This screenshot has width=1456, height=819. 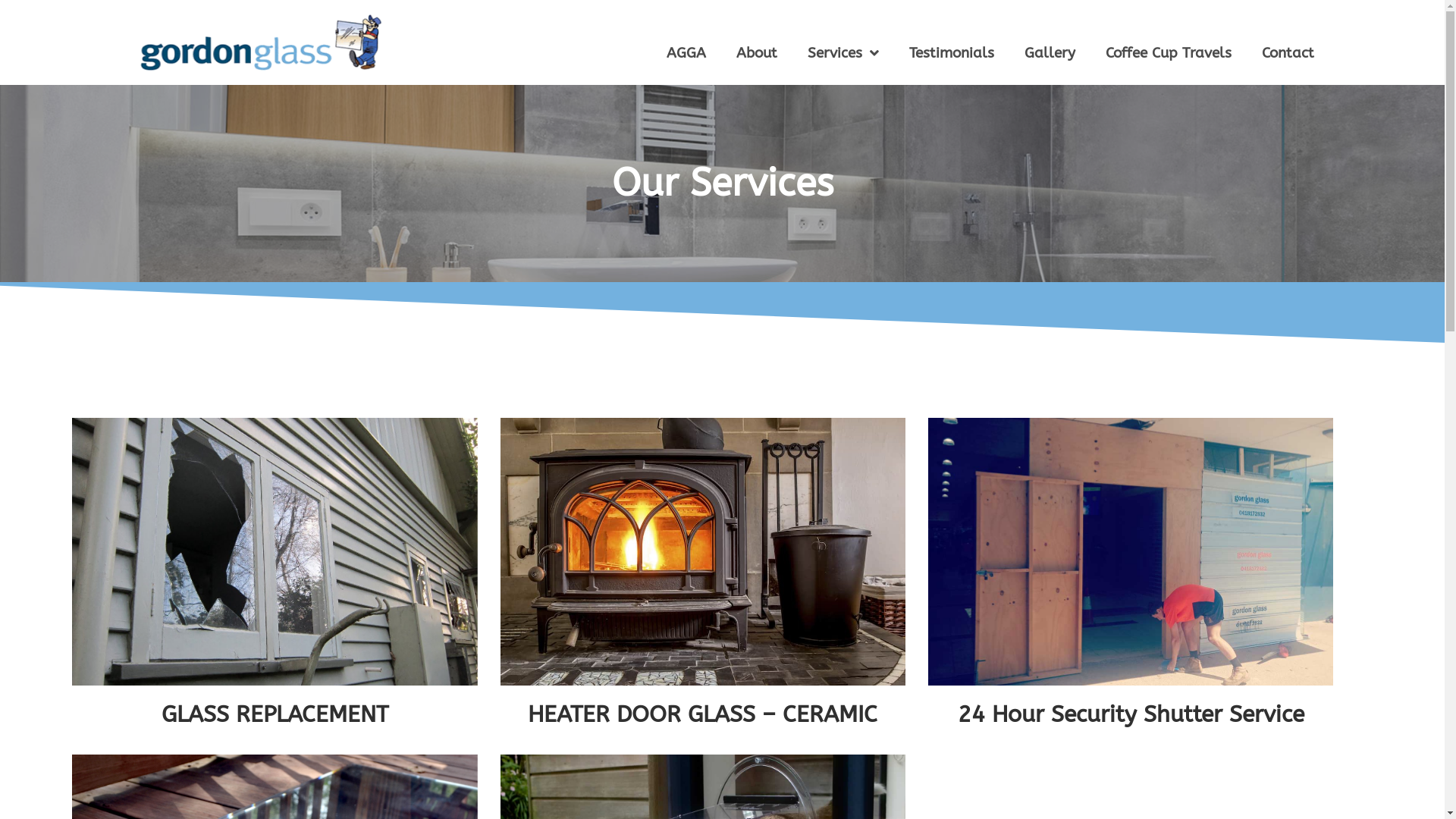 What do you see at coordinates (275, 714) in the screenshot?
I see `'GLASS REPLACEMENT'` at bounding box center [275, 714].